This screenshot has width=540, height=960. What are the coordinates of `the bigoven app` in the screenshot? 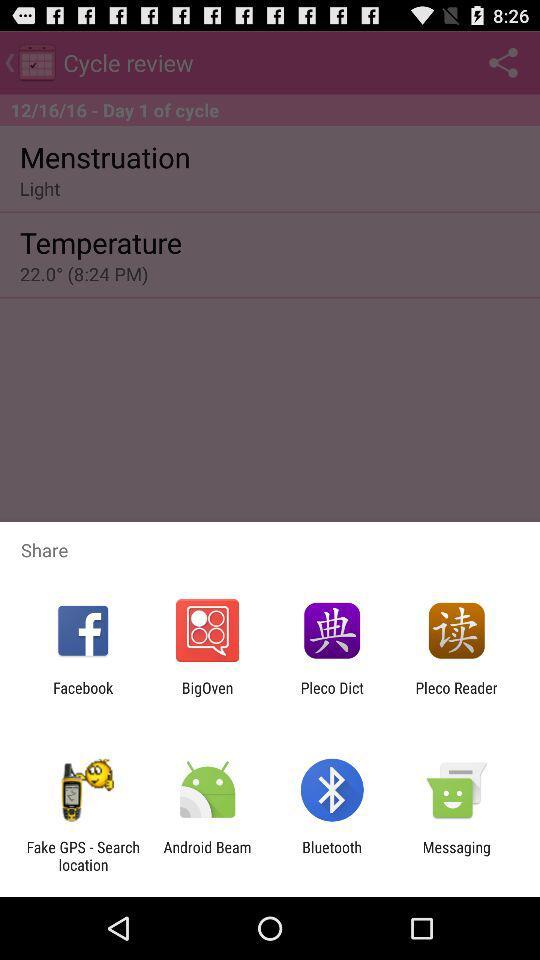 It's located at (206, 696).